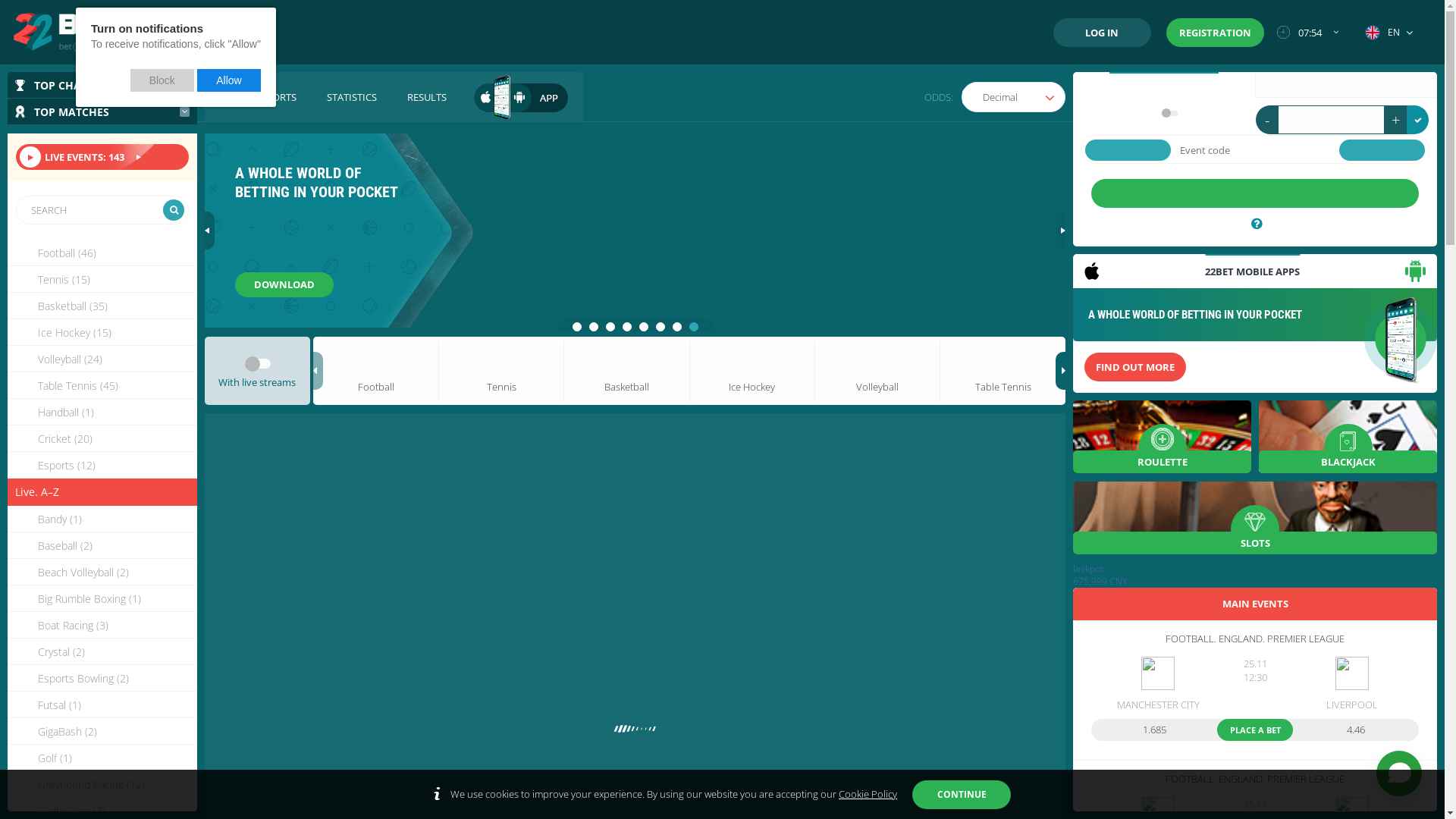 This screenshot has height=819, width=1456. I want to click on 'Volleyball, so click(101, 359).